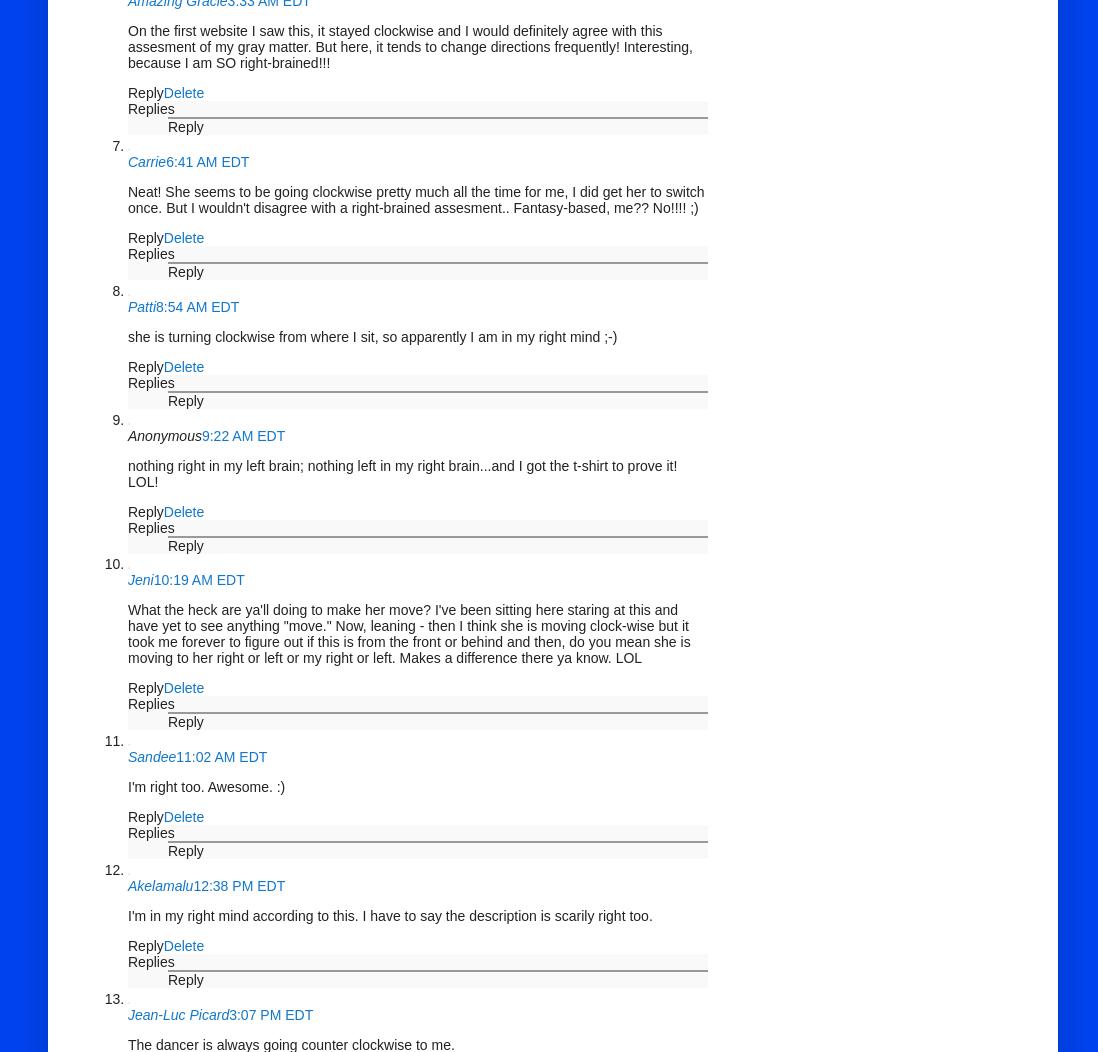 The height and width of the screenshot is (1052, 1098). What do you see at coordinates (269, 1013) in the screenshot?
I see `'3:07 PM EDT'` at bounding box center [269, 1013].